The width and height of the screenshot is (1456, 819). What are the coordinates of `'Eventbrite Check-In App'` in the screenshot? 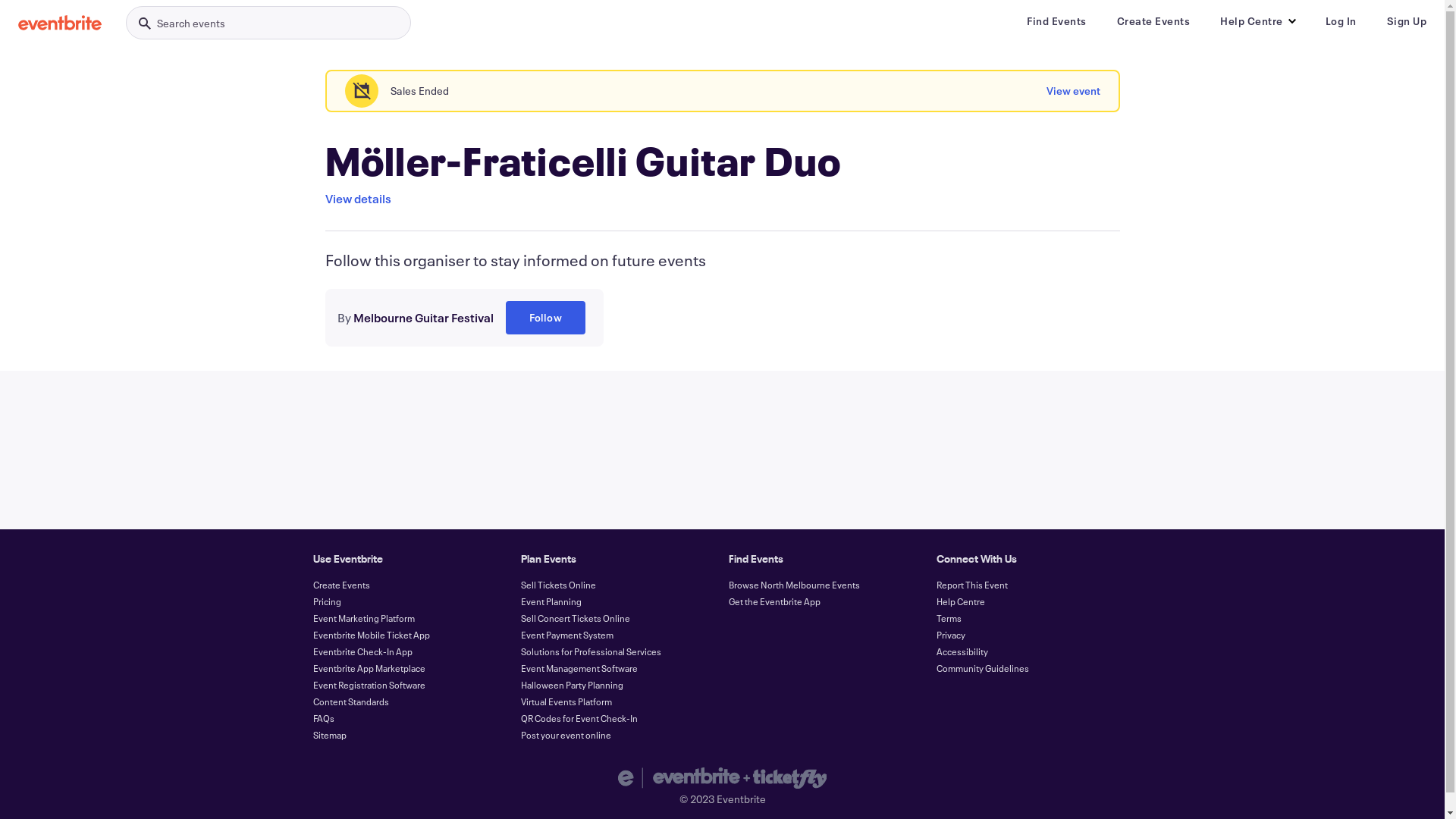 It's located at (361, 651).